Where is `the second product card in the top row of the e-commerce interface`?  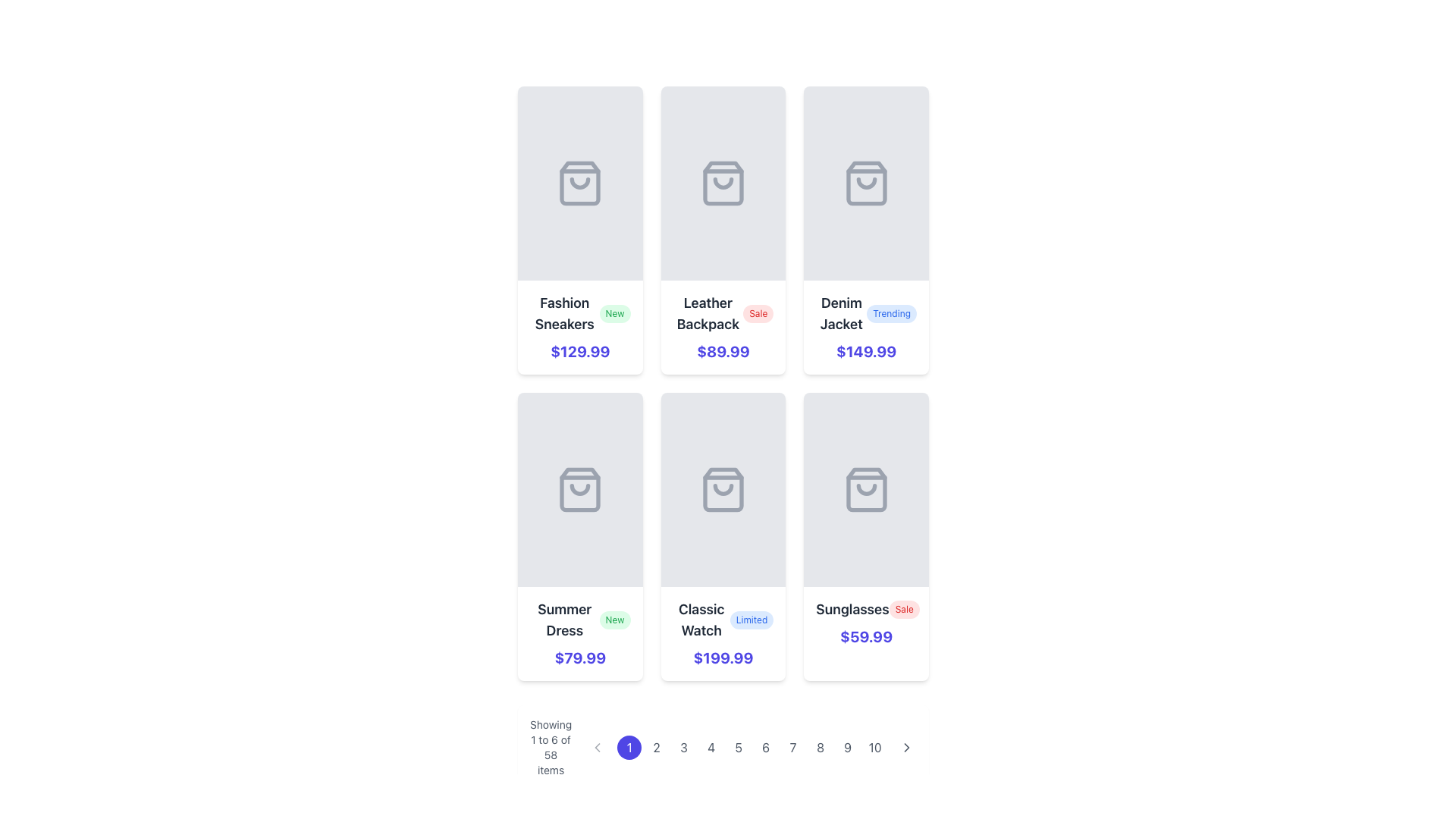
the second product card in the top row of the e-commerce interface is located at coordinates (723, 231).